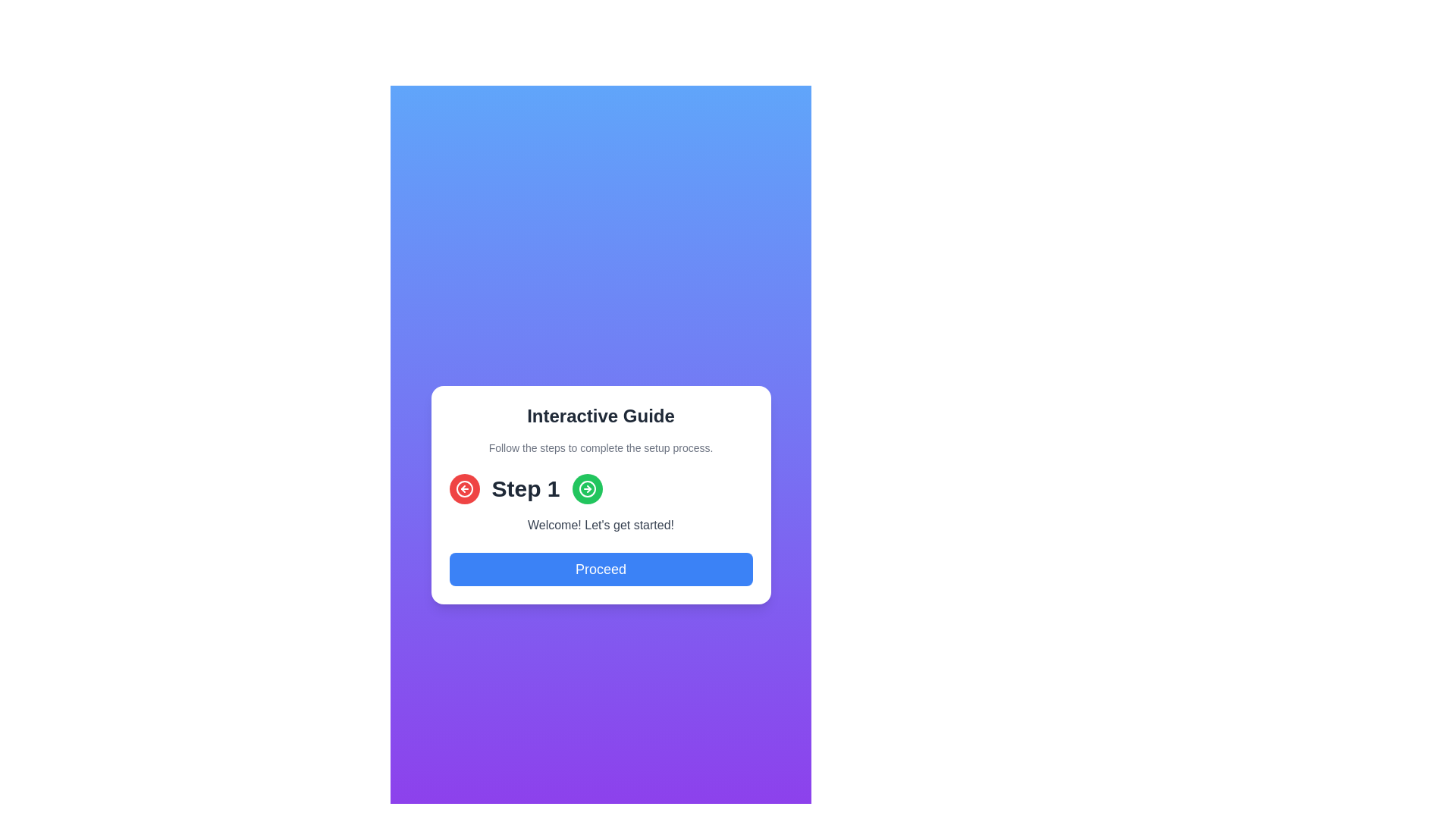 This screenshot has height=819, width=1456. What do you see at coordinates (600, 494) in the screenshot?
I see `information presented in the 'Interactive Guide' card that contains a welcoming message and a step indicator` at bounding box center [600, 494].